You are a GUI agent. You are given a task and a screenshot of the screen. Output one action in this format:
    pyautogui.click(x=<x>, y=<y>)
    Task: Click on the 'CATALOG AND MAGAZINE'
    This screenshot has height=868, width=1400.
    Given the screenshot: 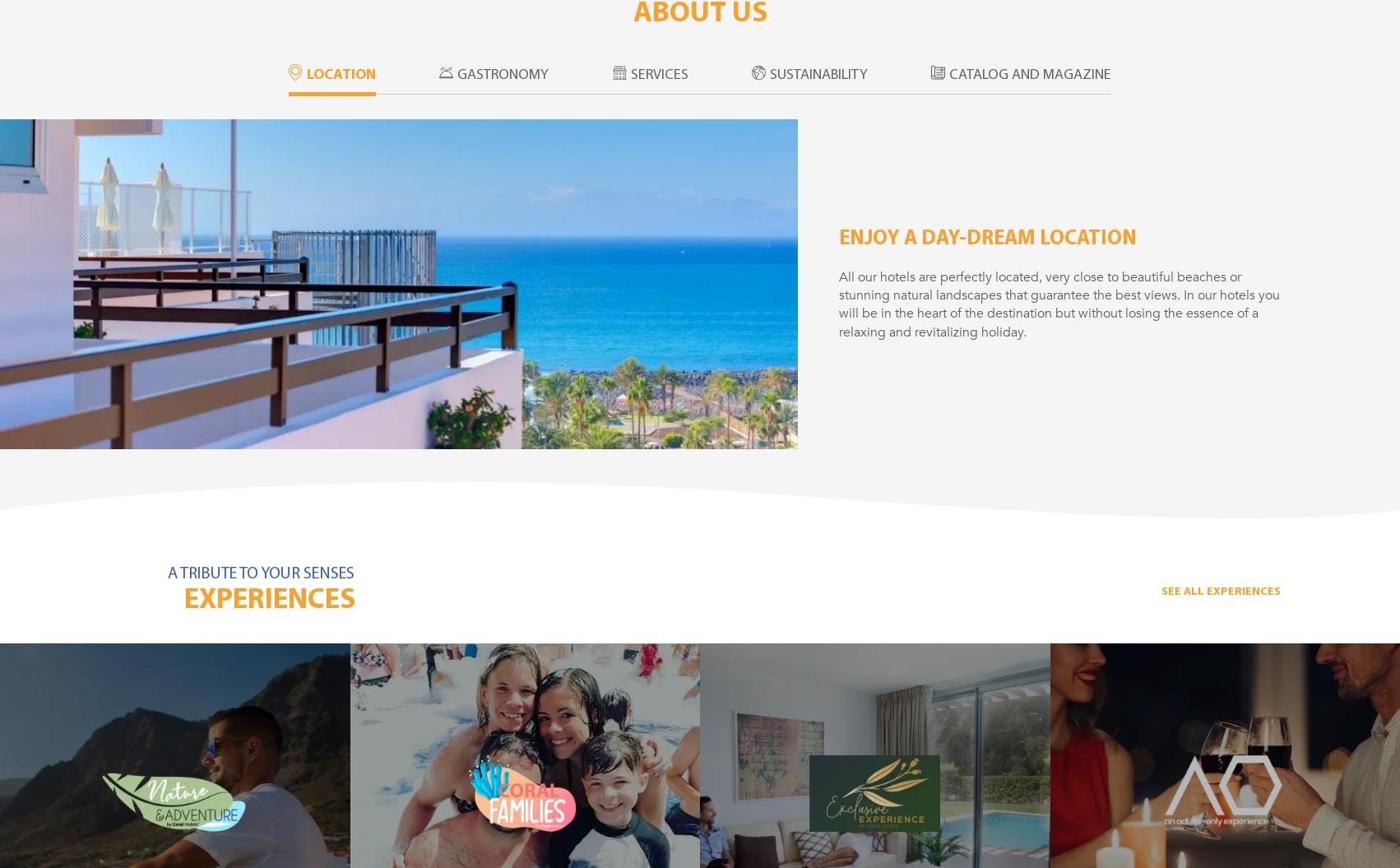 What is the action you would take?
    pyautogui.click(x=1030, y=74)
    